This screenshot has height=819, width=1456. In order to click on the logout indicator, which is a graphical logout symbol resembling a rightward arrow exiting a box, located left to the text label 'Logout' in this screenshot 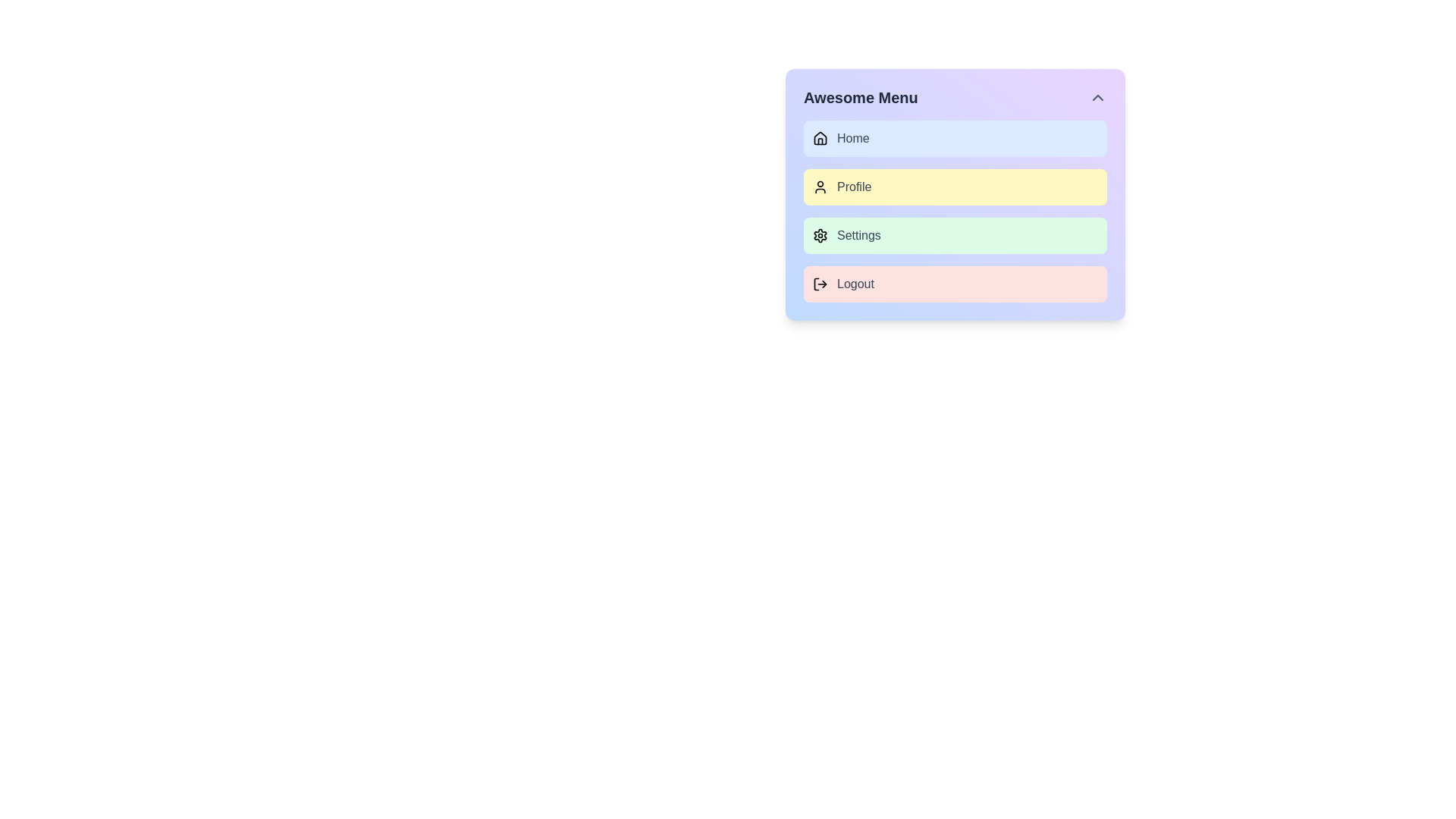, I will do `click(819, 284)`.